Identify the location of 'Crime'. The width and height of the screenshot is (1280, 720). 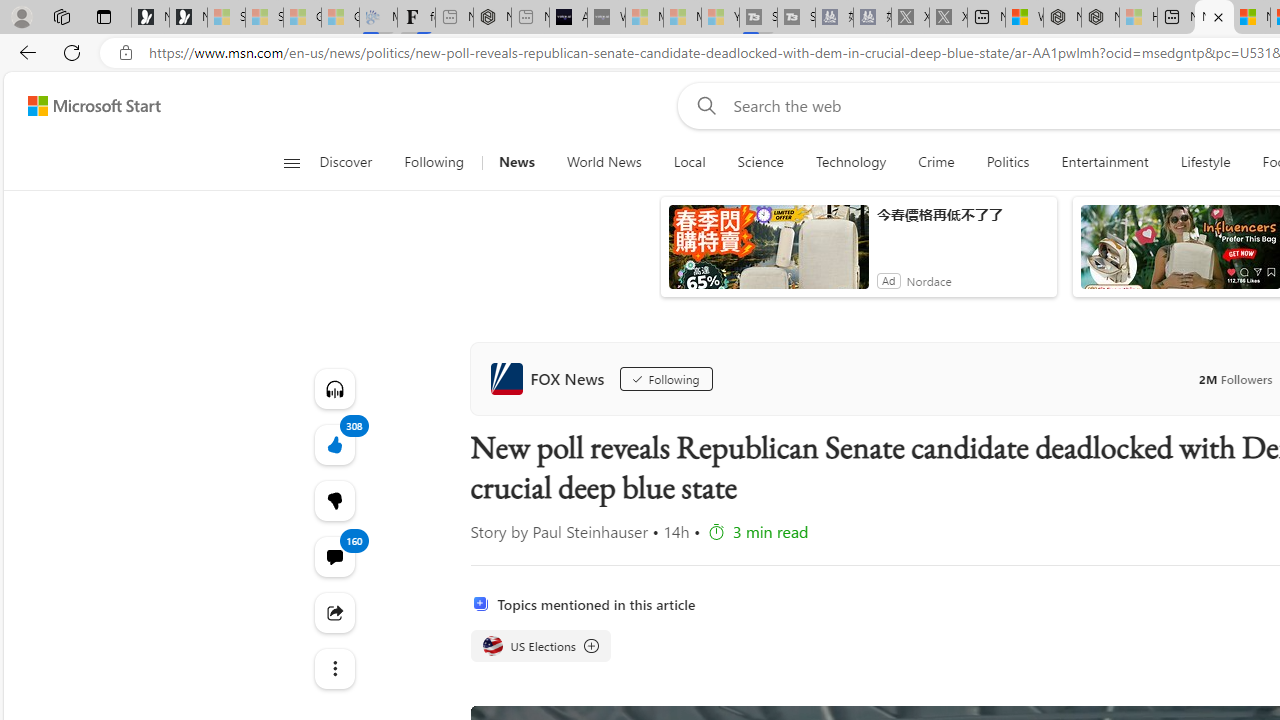
(935, 162).